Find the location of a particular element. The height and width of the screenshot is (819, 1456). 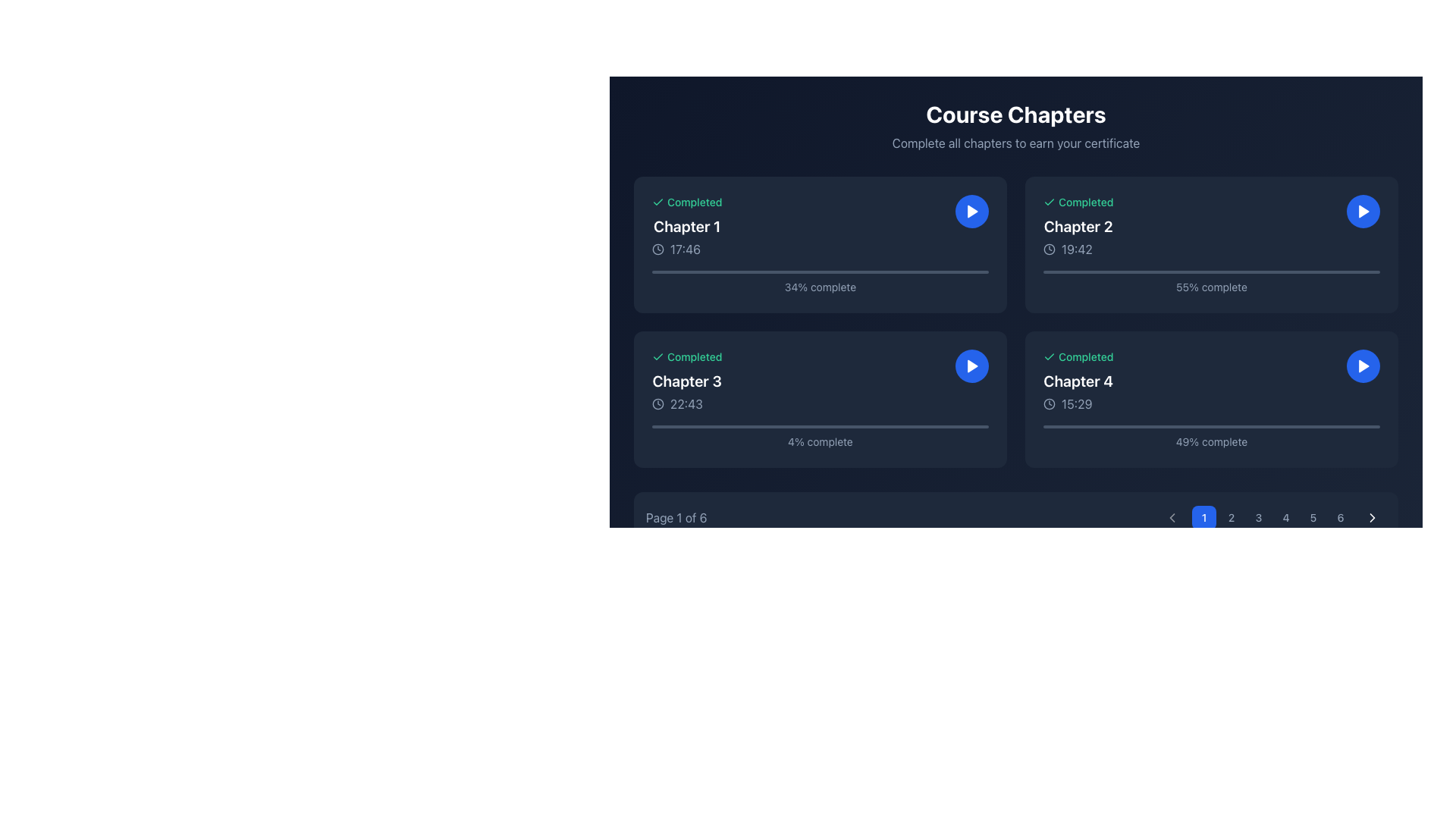

the Informational Card displaying the chapter status 'Completed', which is located in the upper-right corner of the grid layout, next to 'Chapter 1' is located at coordinates (1211, 227).